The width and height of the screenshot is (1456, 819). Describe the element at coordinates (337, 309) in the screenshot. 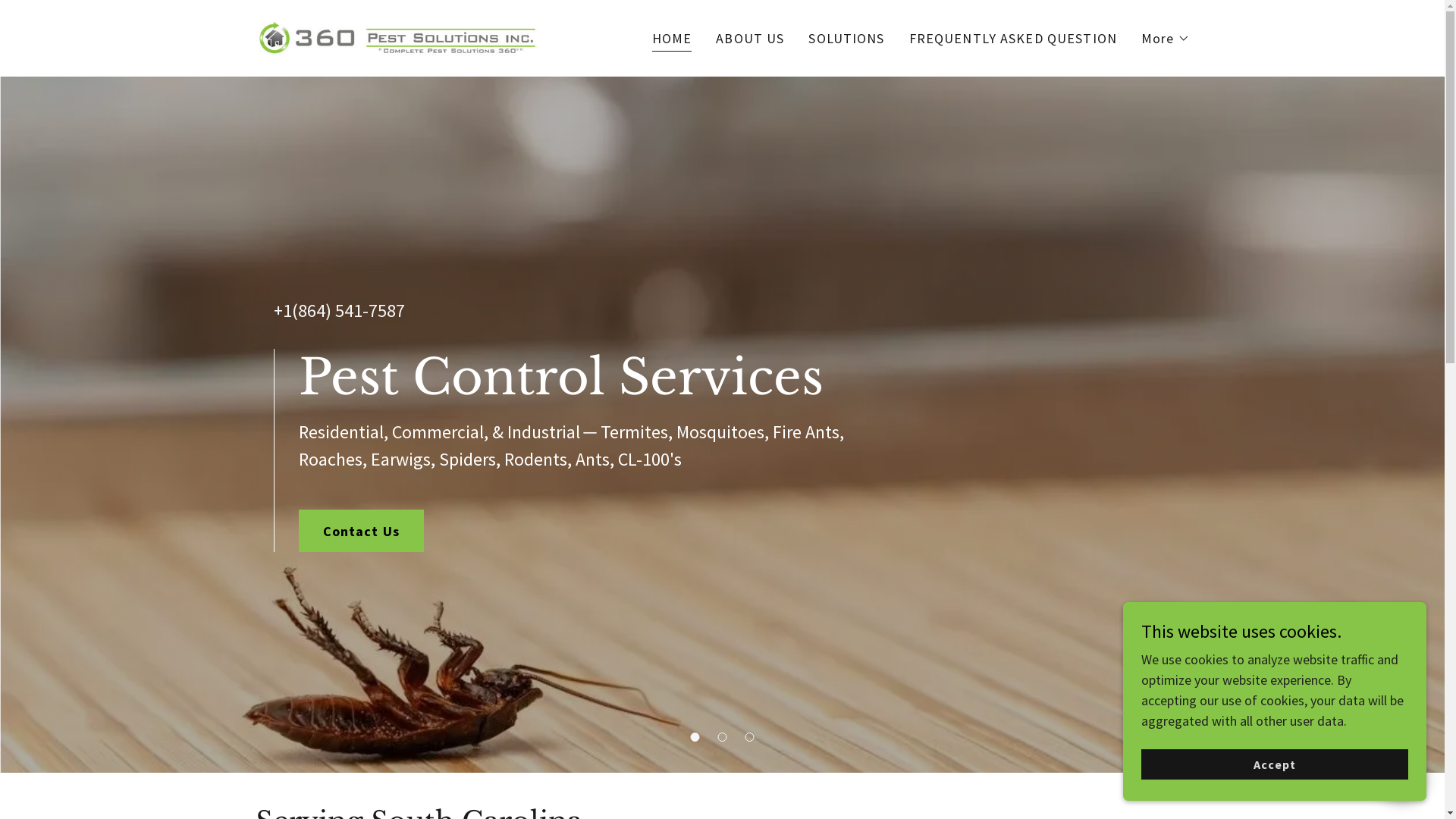

I see `'+1(864) 541-7587'` at that location.